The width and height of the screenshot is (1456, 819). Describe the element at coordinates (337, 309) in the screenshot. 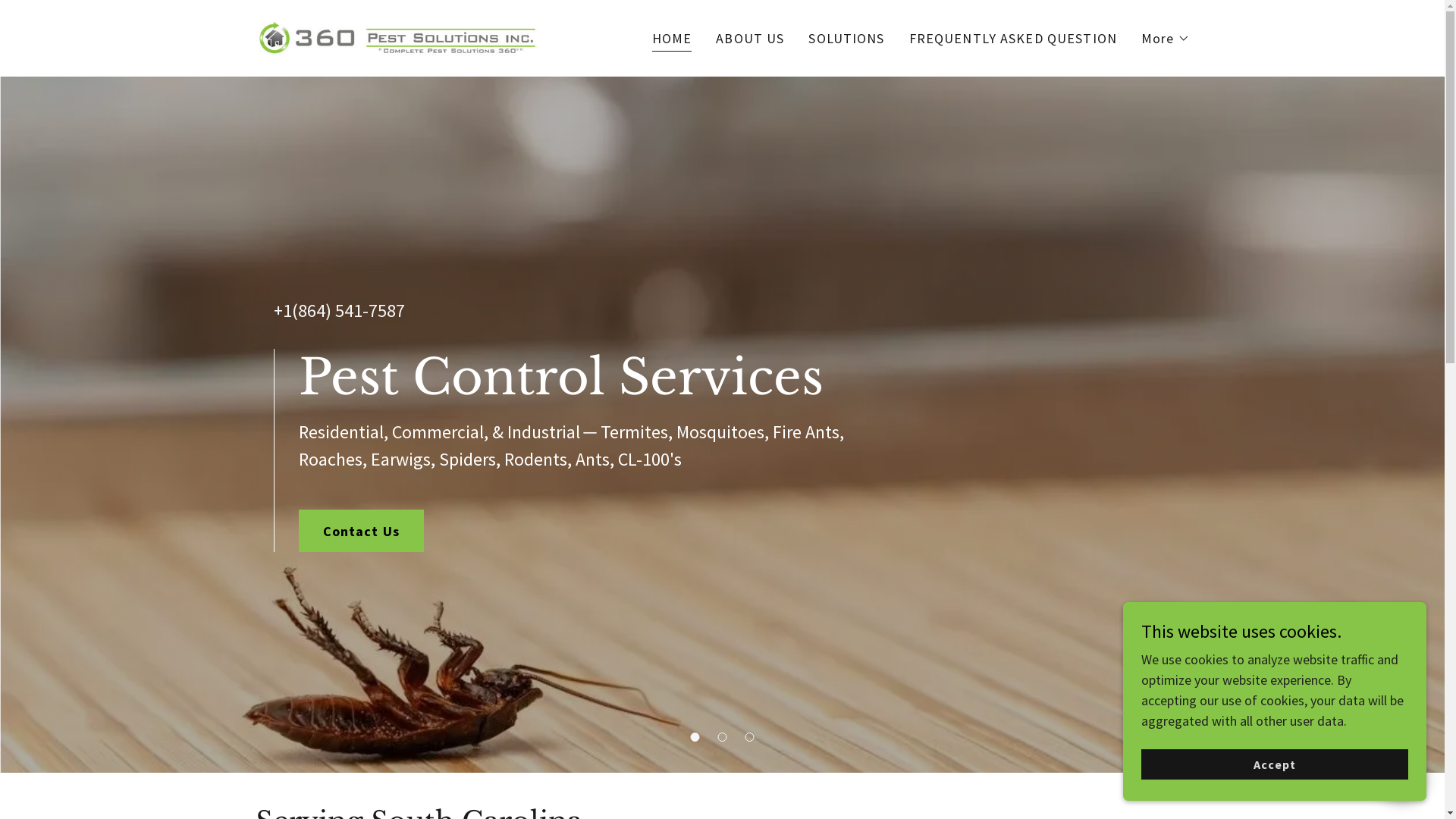

I see `'+1(864) 541-7587'` at that location.